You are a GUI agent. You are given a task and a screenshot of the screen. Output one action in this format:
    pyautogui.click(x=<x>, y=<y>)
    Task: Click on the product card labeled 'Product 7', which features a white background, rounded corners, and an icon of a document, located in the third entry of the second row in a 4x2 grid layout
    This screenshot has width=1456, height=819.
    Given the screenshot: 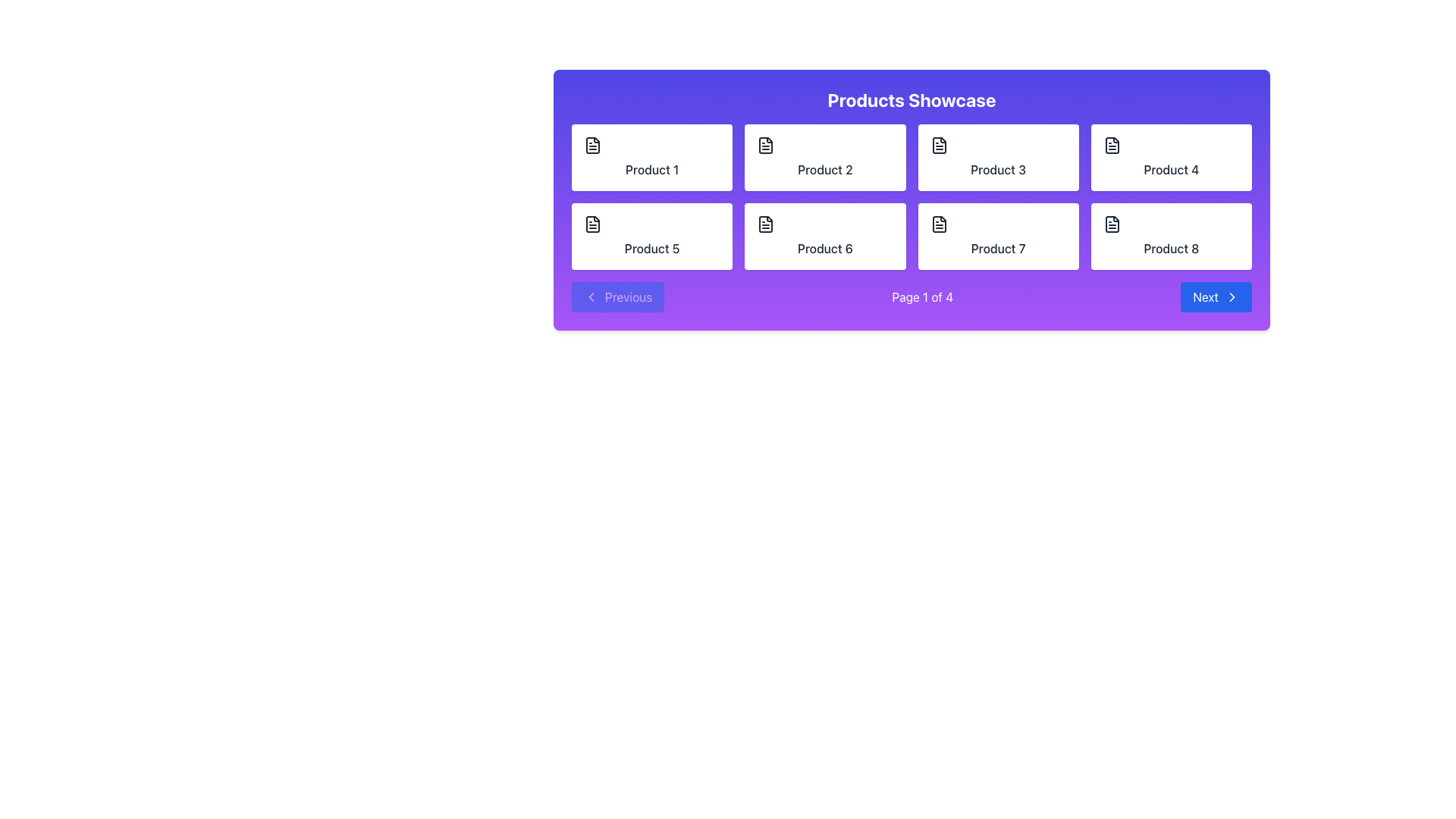 What is the action you would take?
    pyautogui.click(x=998, y=237)
    